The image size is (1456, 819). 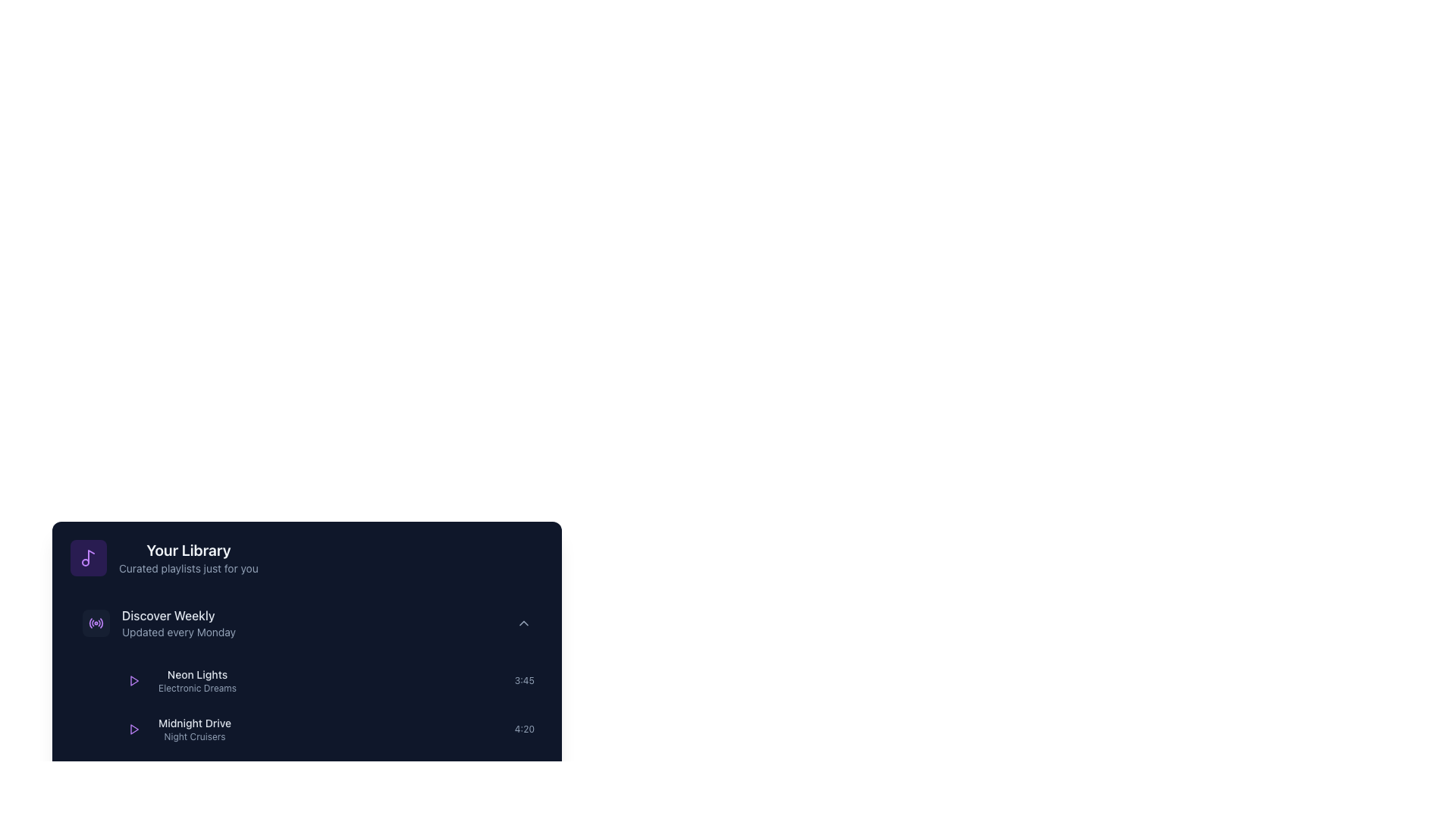 What do you see at coordinates (134, 680) in the screenshot?
I see `the circular button with a purple triangular play icon to play the associated item, located to the left of the text 'Neon Lights' and 'Electronic Dreams'` at bounding box center [134, 680].